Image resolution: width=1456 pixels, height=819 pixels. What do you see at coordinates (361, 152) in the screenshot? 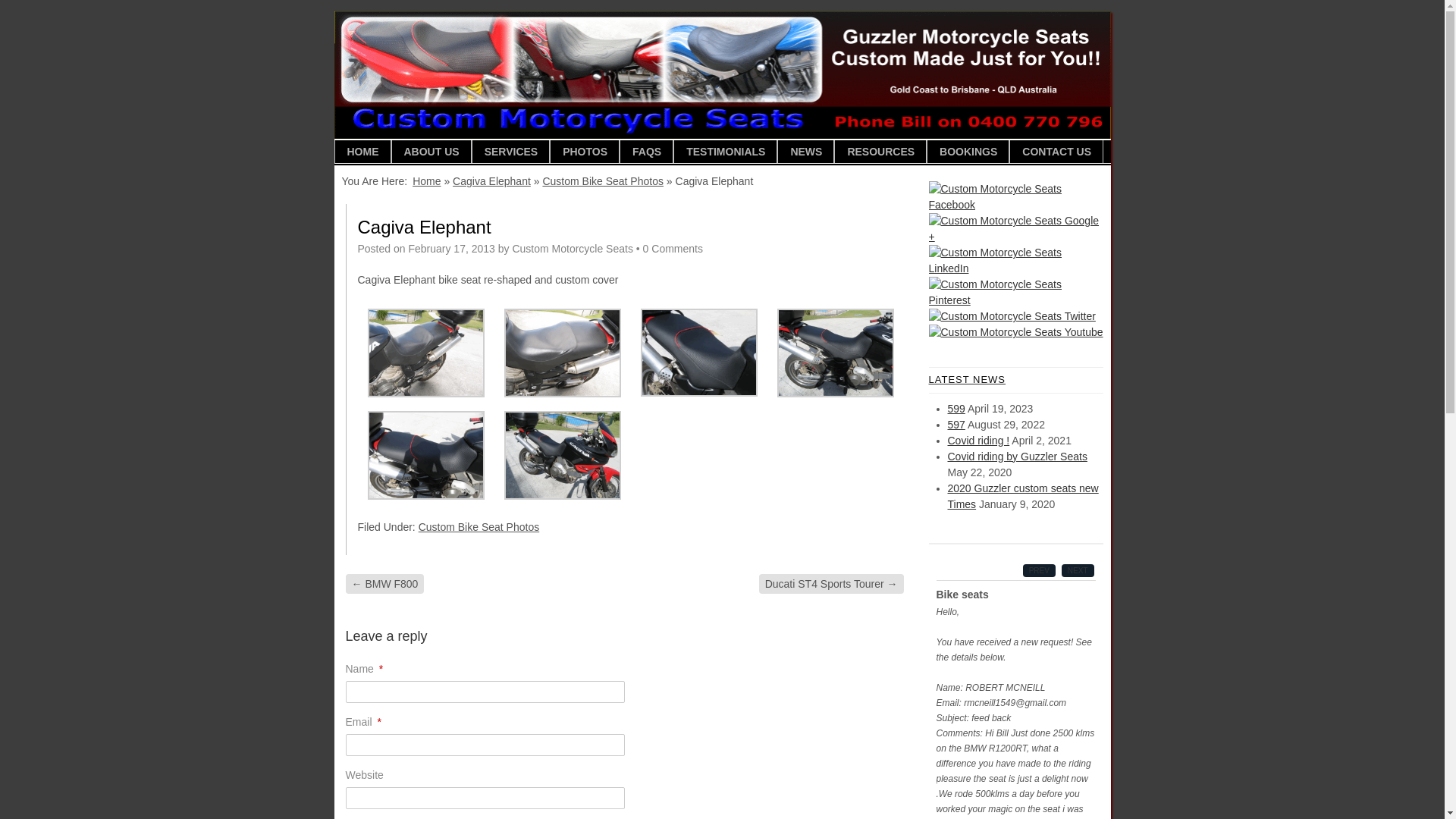
I see `'HOME'` at bounding box center [361, 152].